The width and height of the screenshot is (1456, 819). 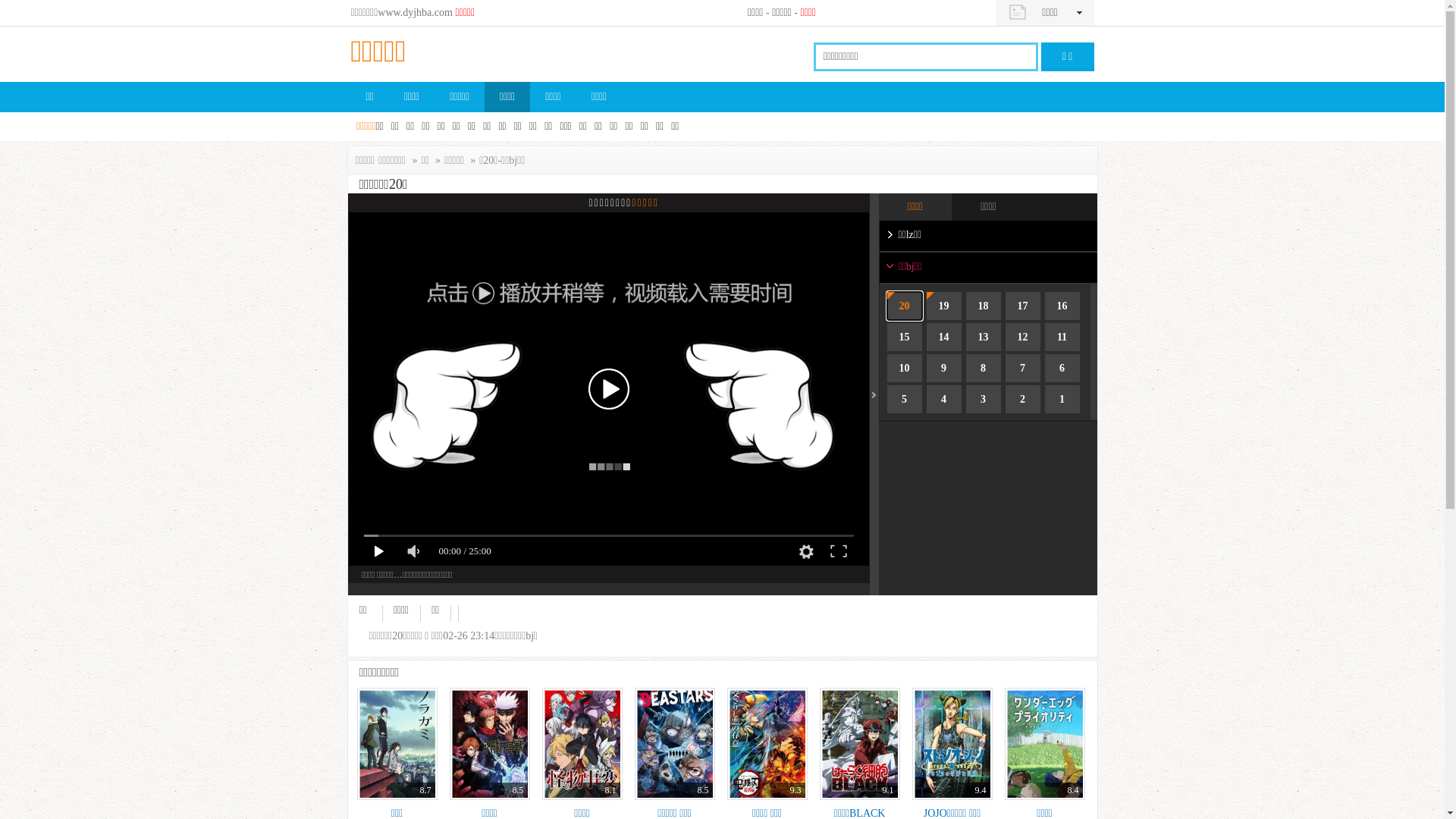 What do you see at coordinates (447, 742) in the screenshot?
I see `'8.5'` at bounding box center [447, 742].